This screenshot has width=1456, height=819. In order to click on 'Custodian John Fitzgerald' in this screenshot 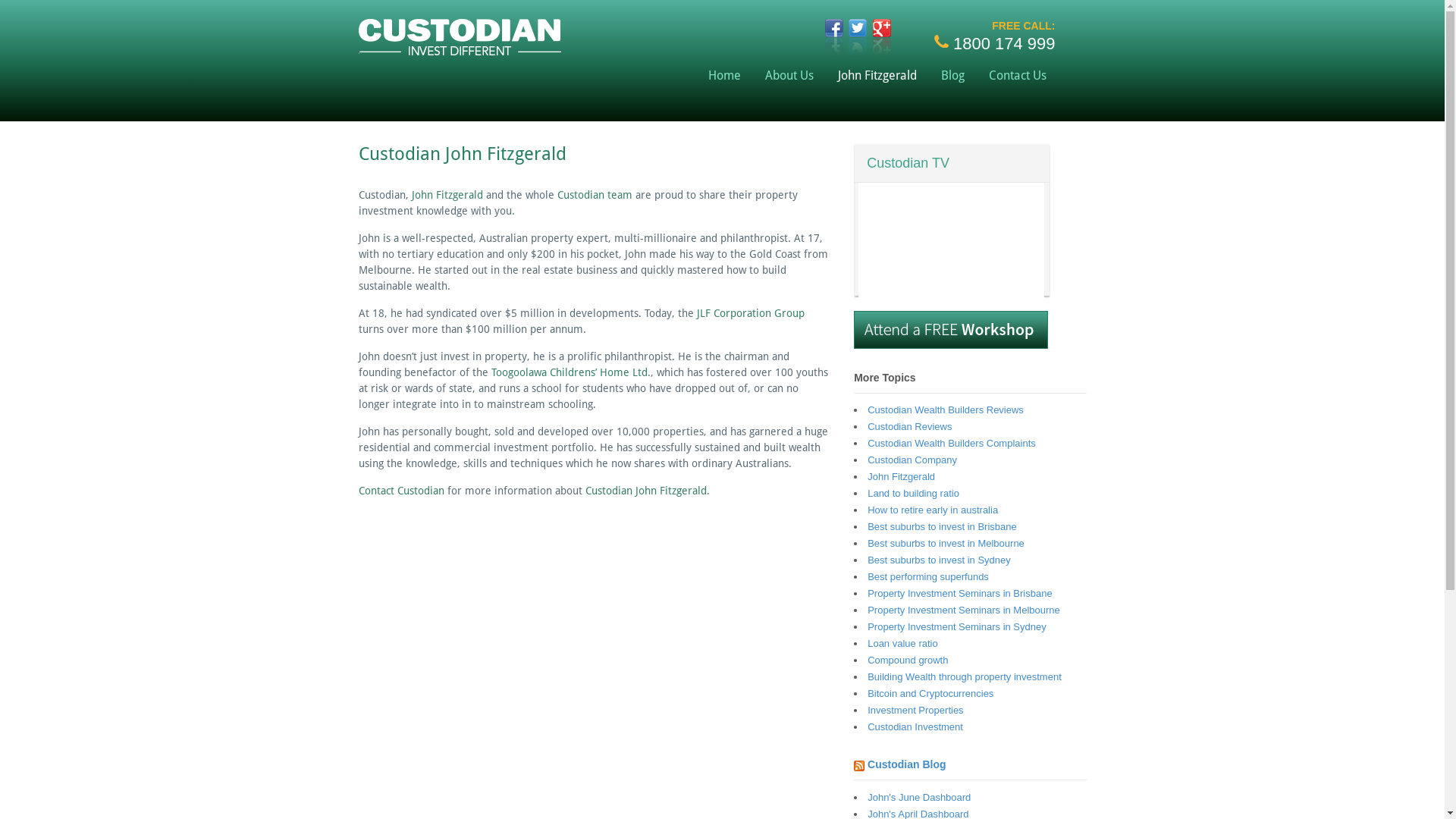, I will do `click(645, 491)`.